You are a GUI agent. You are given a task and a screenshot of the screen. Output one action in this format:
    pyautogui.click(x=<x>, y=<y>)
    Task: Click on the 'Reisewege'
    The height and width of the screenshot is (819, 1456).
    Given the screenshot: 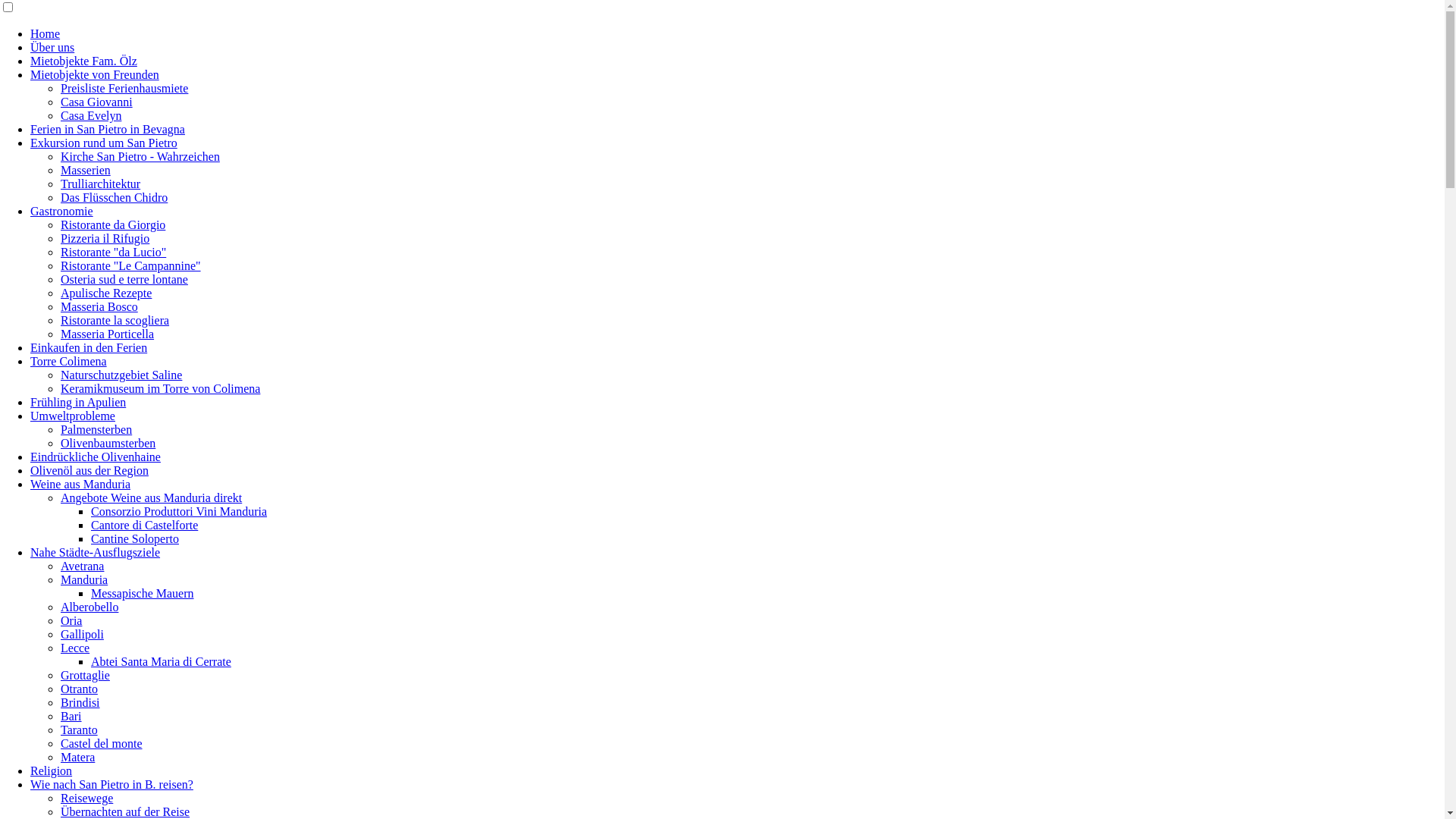 What is the action you would take?
    pyautogui.click(x=61, y=797)
    